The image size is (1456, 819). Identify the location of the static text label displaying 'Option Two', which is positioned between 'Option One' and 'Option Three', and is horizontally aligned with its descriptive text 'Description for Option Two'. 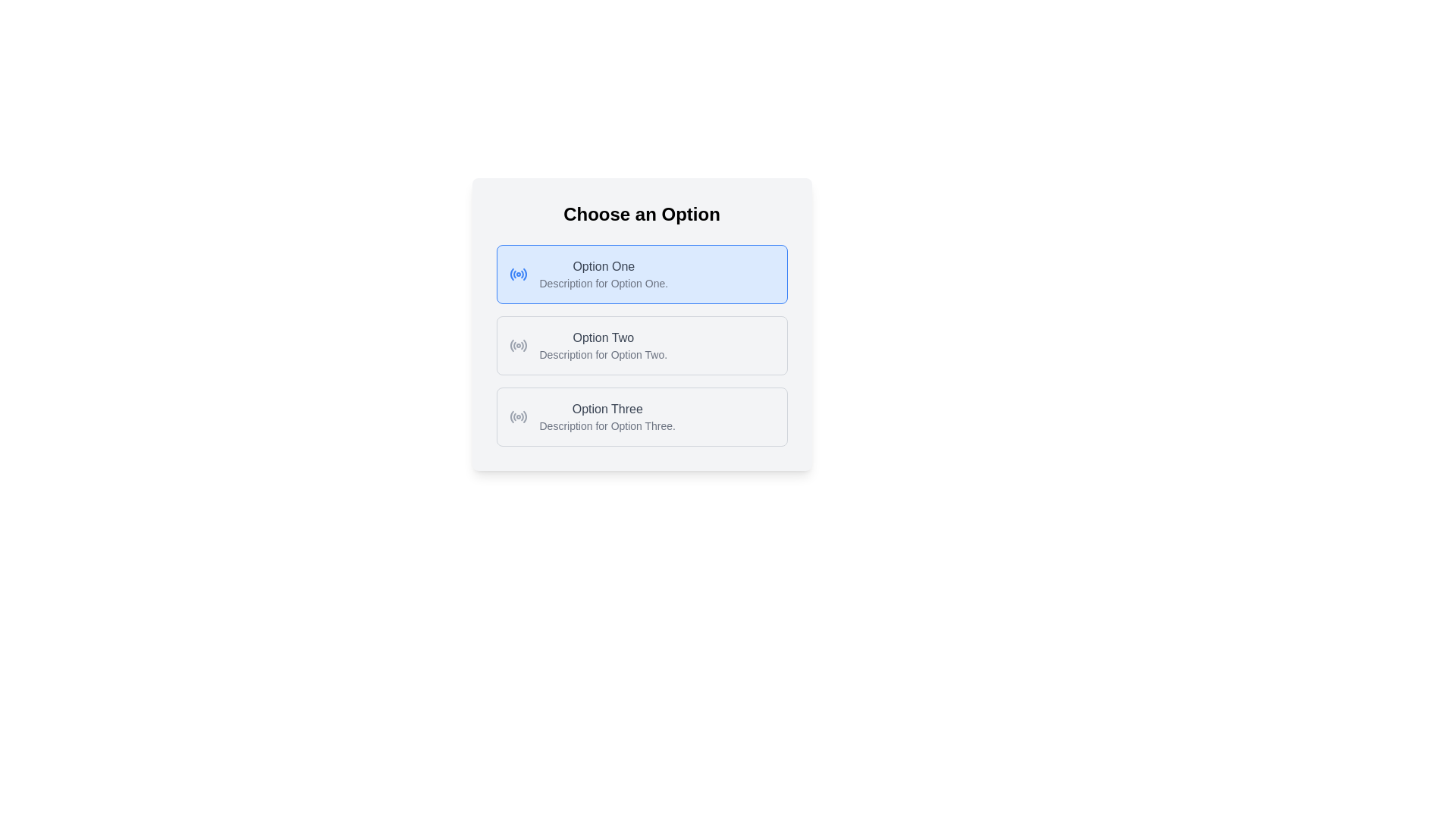
(602, 337).